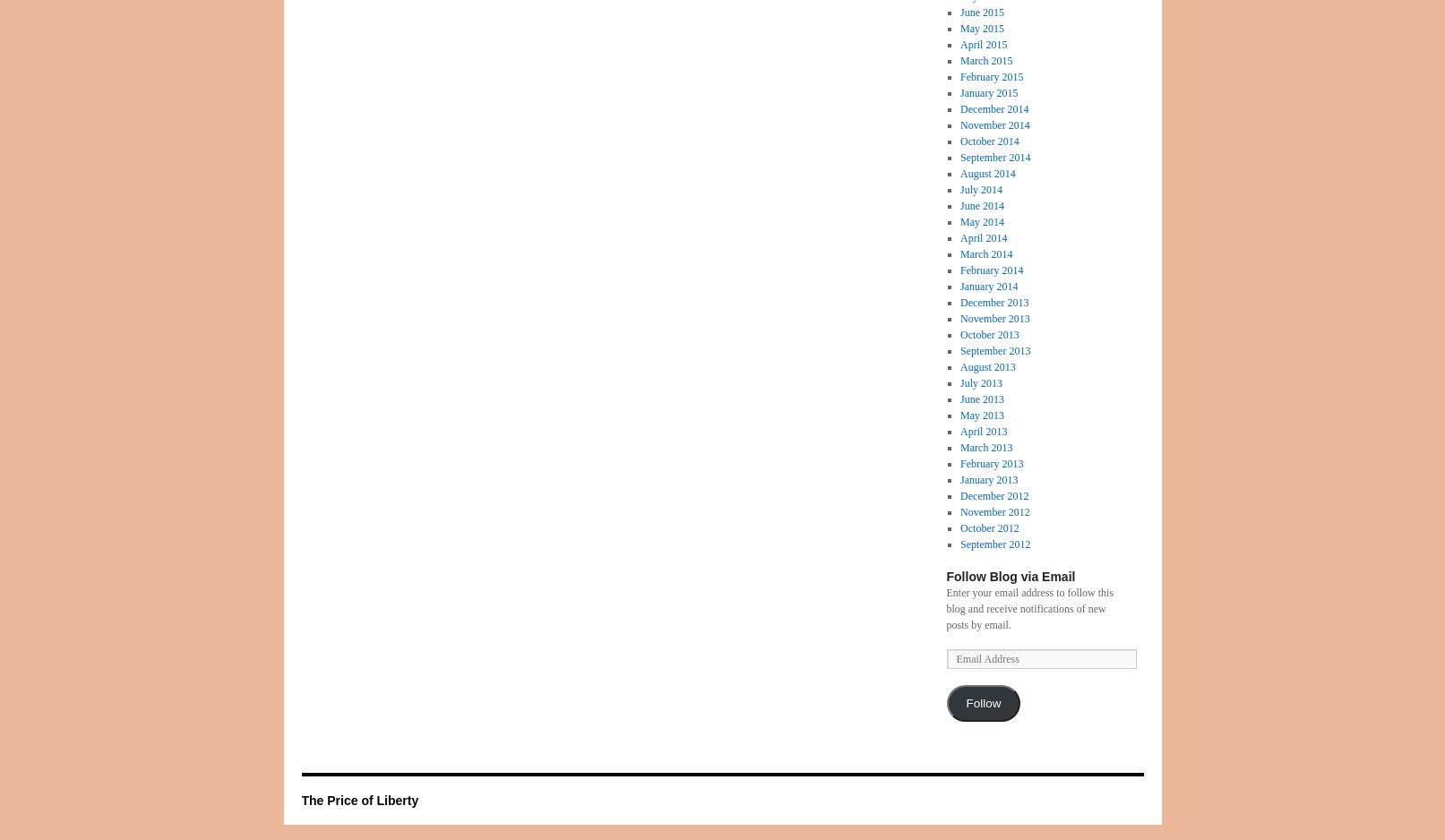  What do you see at coordinates (991, 462) in the screenshot?
I see `'February 2013'` at bounding box center [991, 462].